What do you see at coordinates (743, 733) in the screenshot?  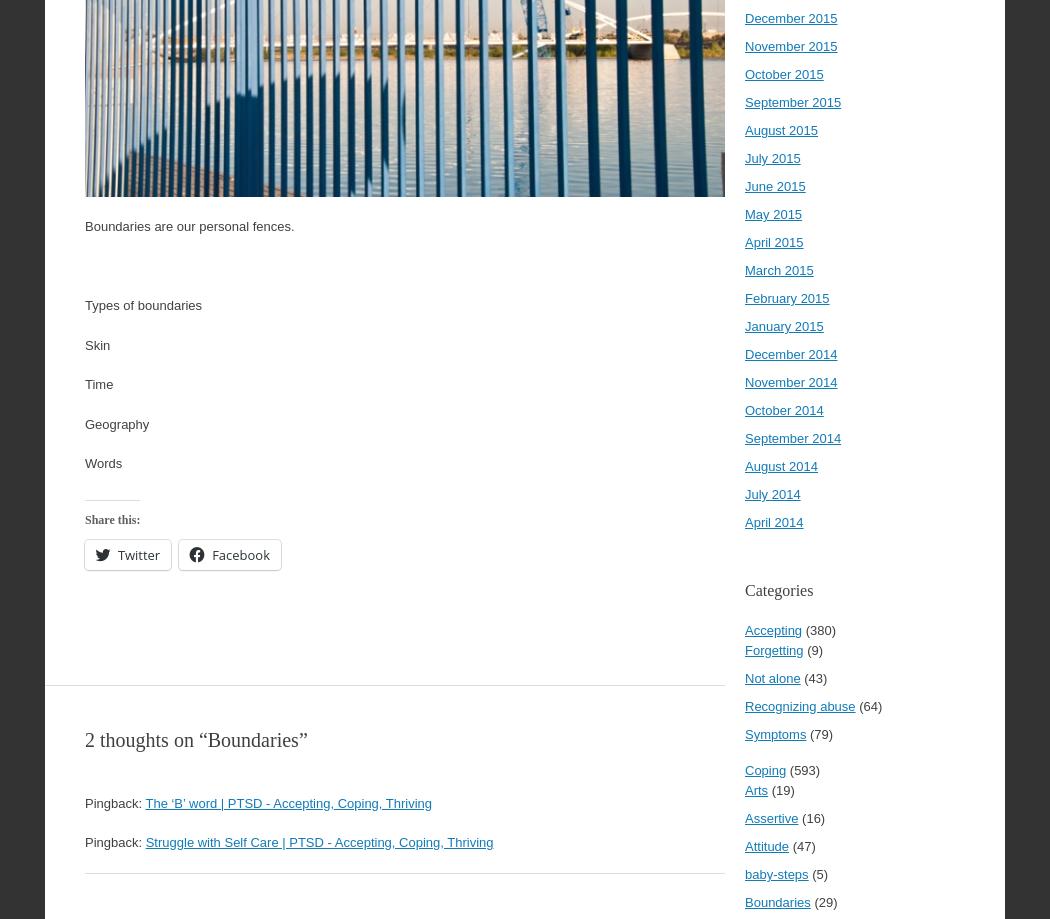 I see `'Symptoms'` at bounding box center [743, 733].